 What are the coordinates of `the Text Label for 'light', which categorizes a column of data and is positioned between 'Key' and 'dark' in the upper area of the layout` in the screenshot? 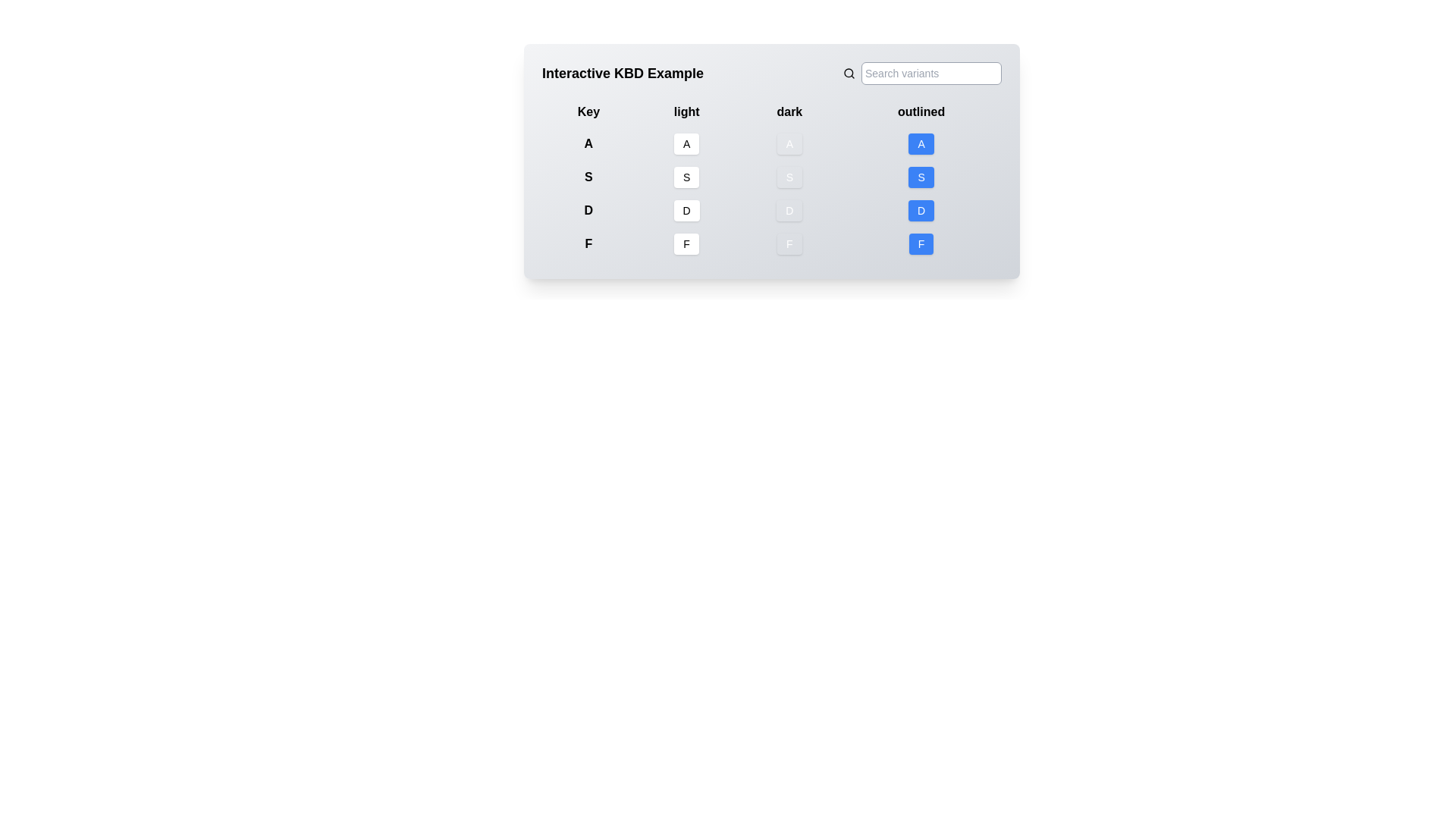 It's located at (686, 111).